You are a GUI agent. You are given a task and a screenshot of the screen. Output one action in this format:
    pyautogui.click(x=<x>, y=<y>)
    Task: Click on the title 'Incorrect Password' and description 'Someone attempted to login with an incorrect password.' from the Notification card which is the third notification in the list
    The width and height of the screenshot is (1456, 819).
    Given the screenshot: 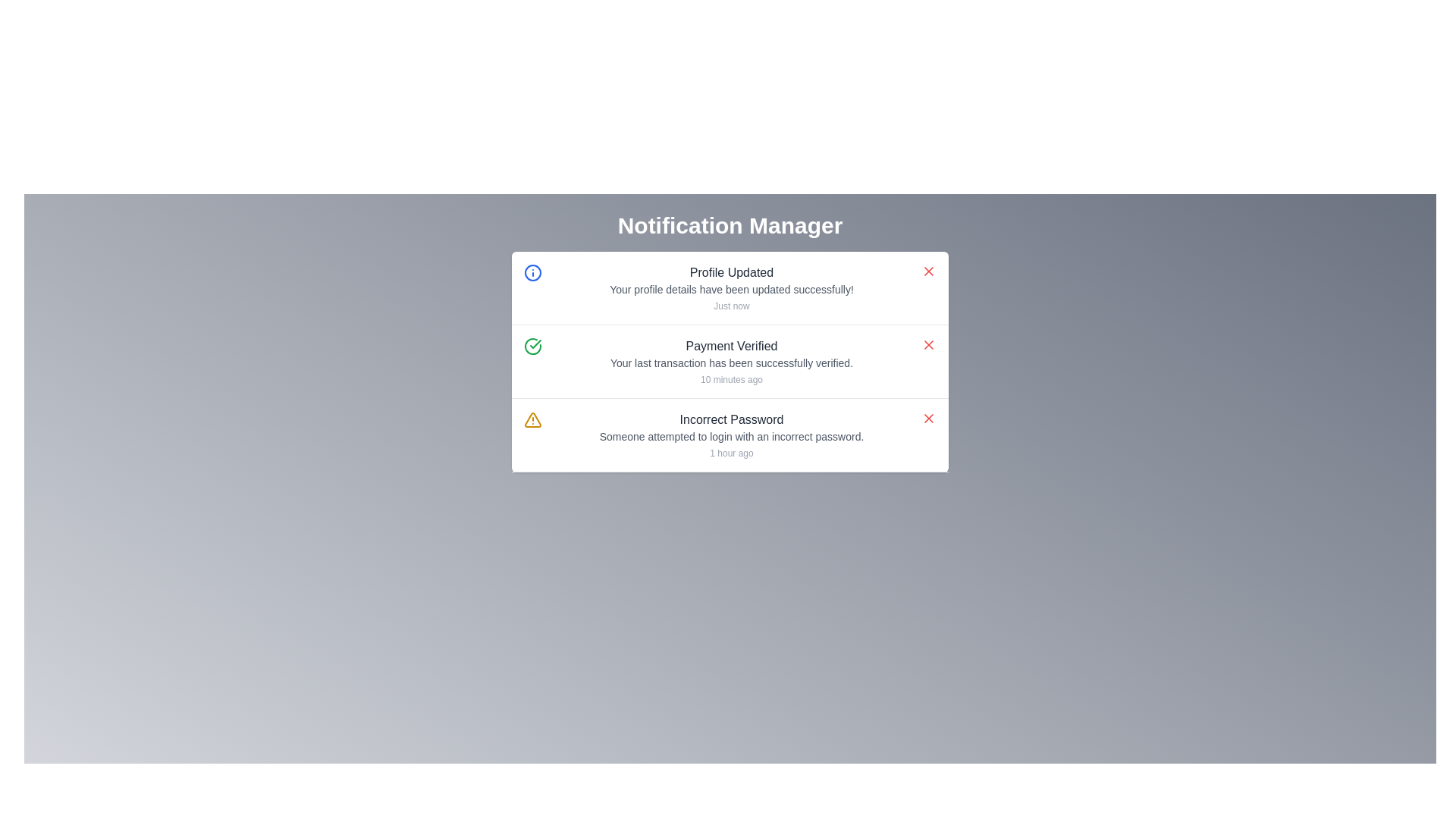 What is the action you would take?
    pyautogui.click(x=731, y=435)
    